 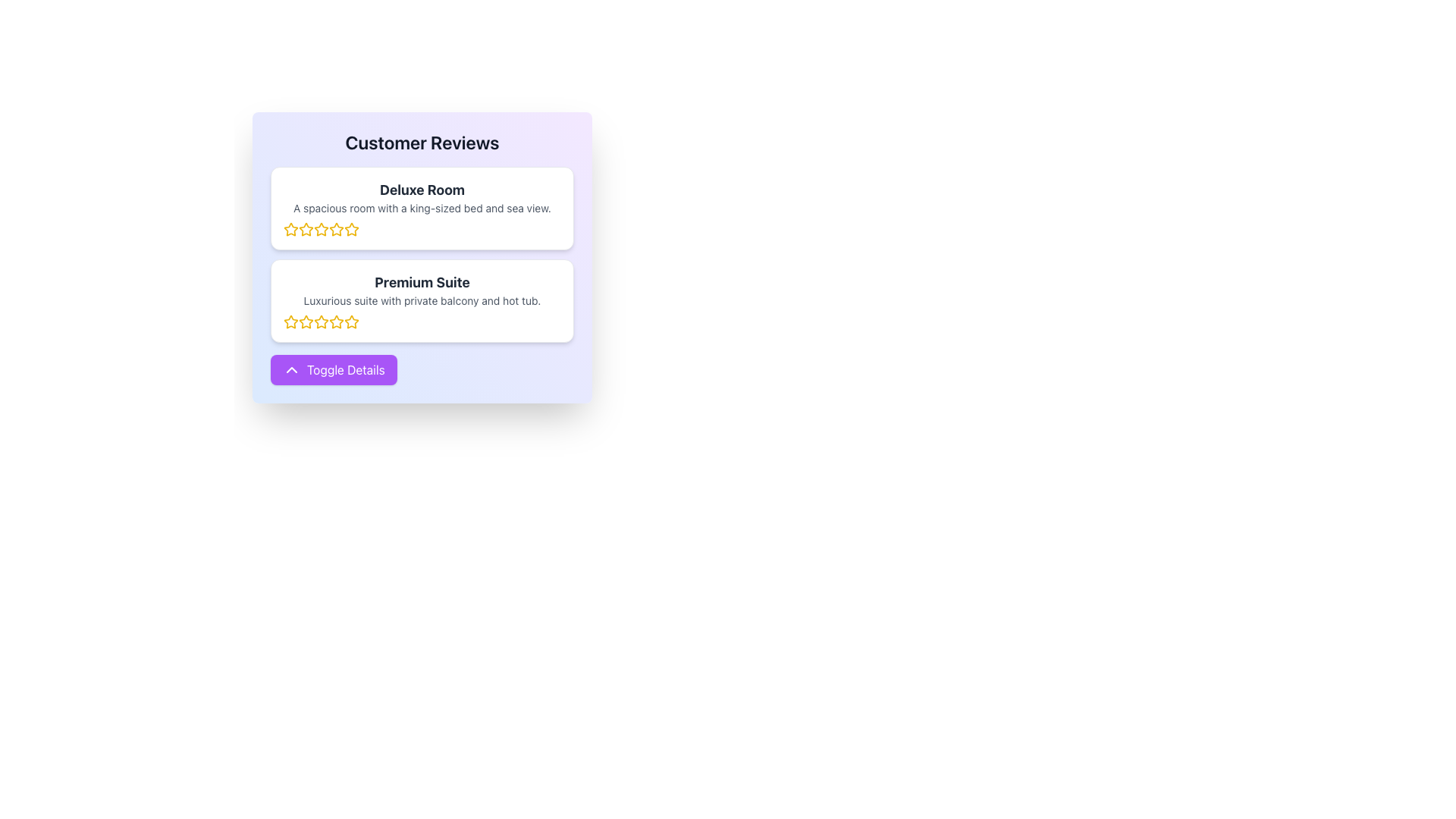 What do you see at coordinates (336, 321) in the screenshot?
I see `the fourth yellow star icon for rating in the 'Premium Suite' section of the rating system` at bounding box center [336, 321].